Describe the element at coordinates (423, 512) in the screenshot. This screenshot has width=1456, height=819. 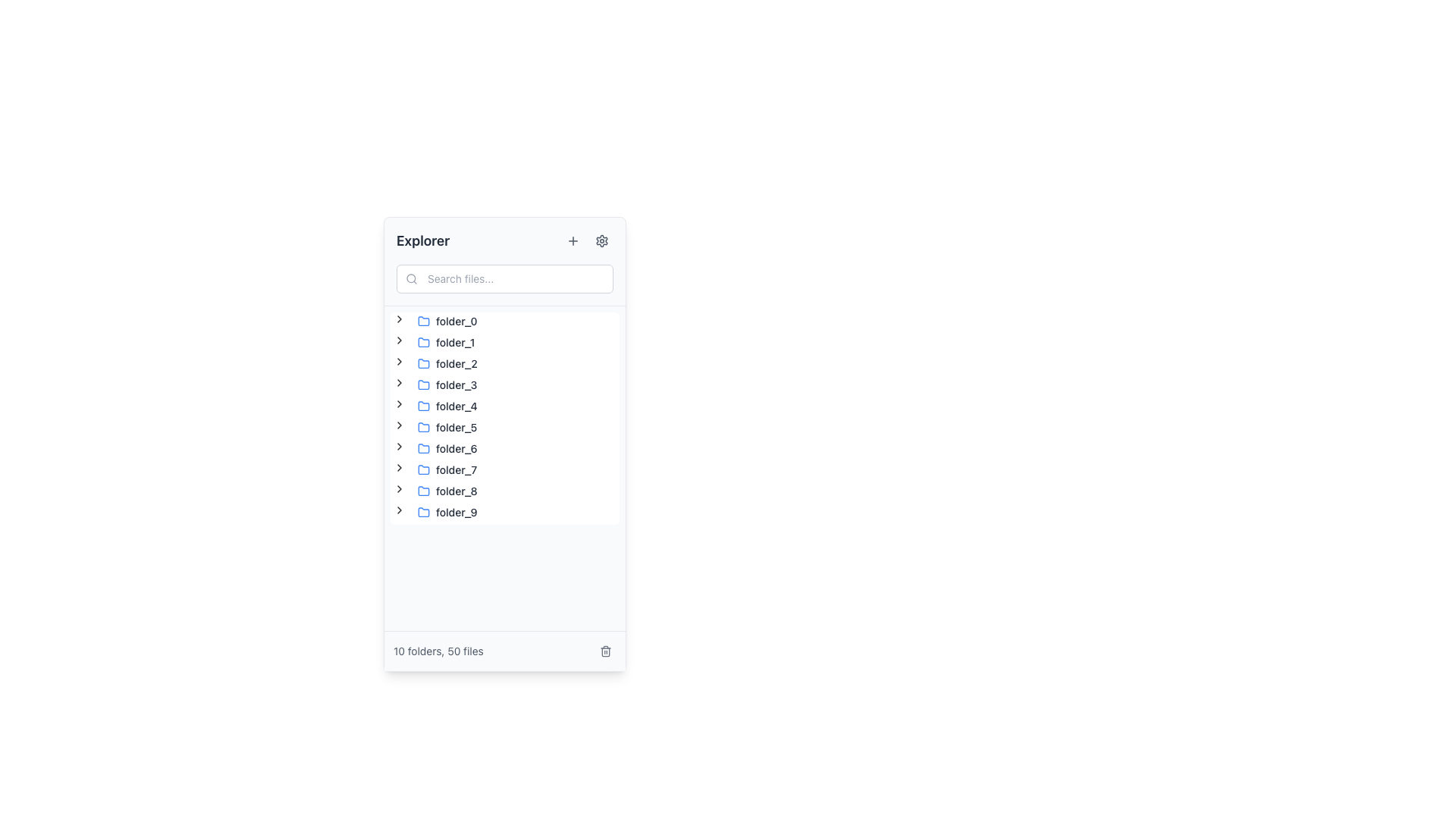
I see `the folder icon labeled 'folder_9' at the bottom of the vertical list in the explorer panel` at that location.